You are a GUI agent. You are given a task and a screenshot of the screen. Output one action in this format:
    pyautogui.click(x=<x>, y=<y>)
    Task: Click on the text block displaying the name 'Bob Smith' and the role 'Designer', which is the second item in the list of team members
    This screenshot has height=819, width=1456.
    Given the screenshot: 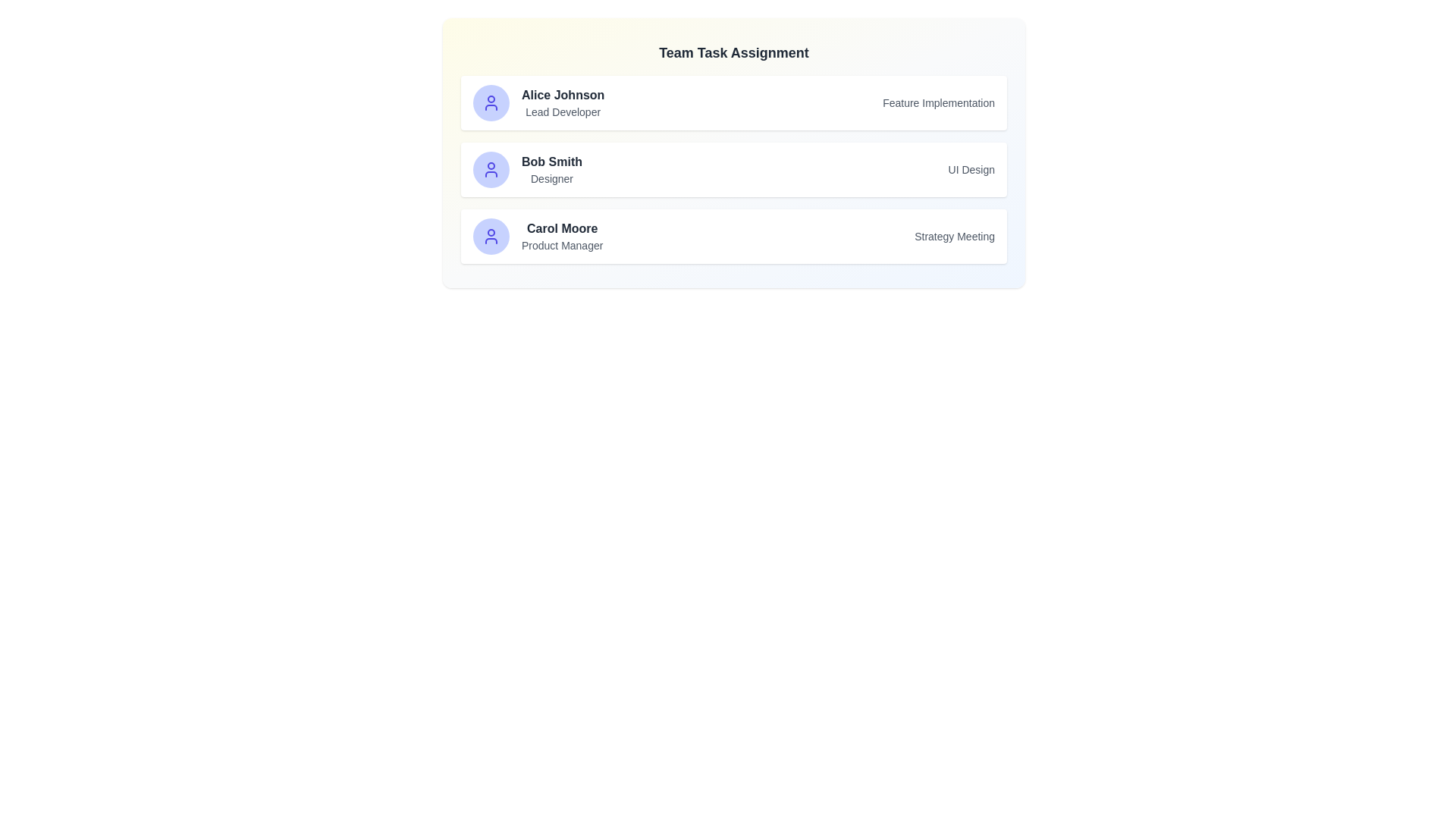 What is the action you would take?
    pyautogui.click(x=551, y=169)
    